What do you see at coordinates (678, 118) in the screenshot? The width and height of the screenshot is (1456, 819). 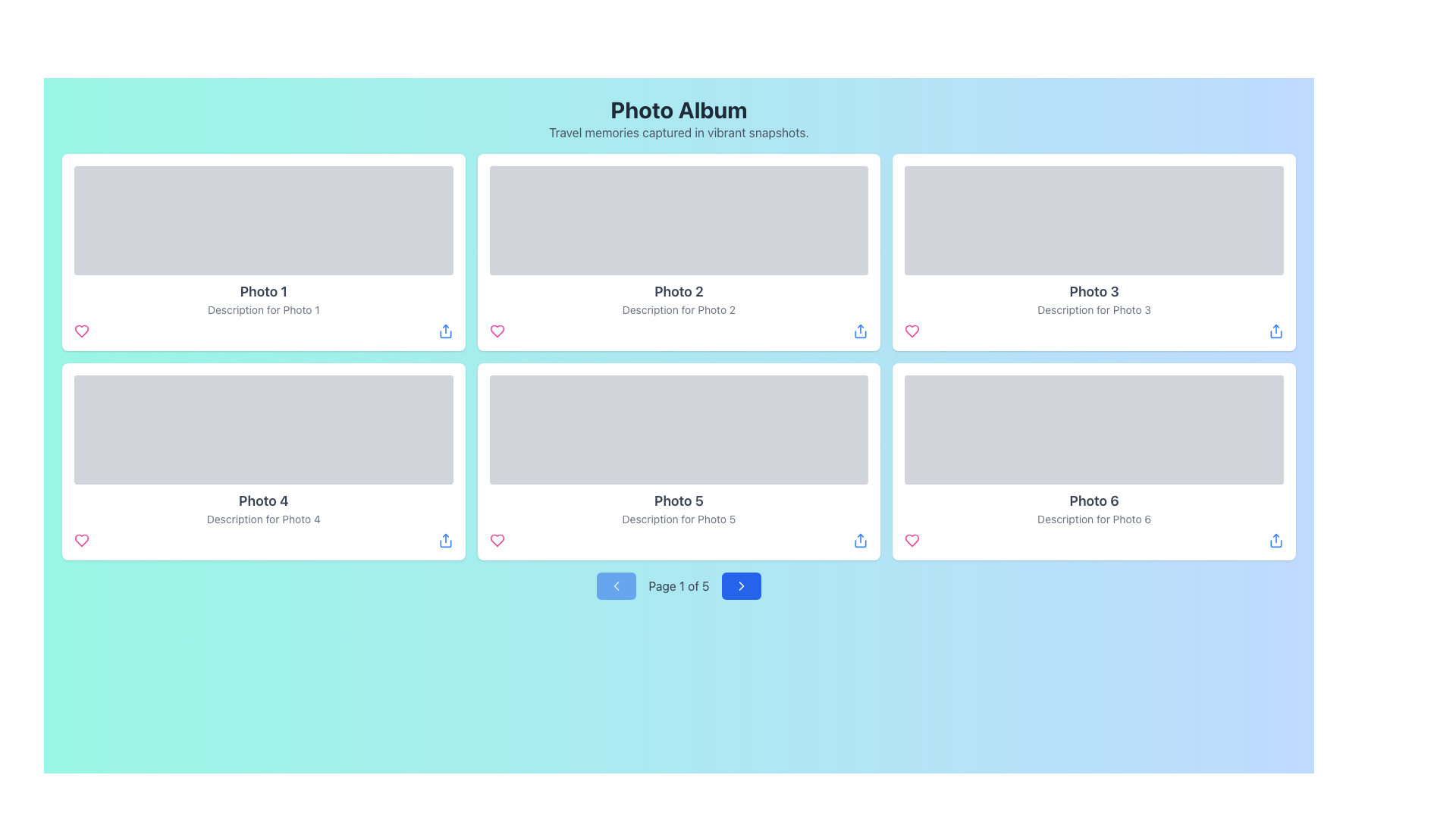 I see `the Text Block titled 'Photo Album' which contains the description 'Travel memories captured in vibrant snapshots.' positioned at the top center of the layout` at bounding box center [678, 118].